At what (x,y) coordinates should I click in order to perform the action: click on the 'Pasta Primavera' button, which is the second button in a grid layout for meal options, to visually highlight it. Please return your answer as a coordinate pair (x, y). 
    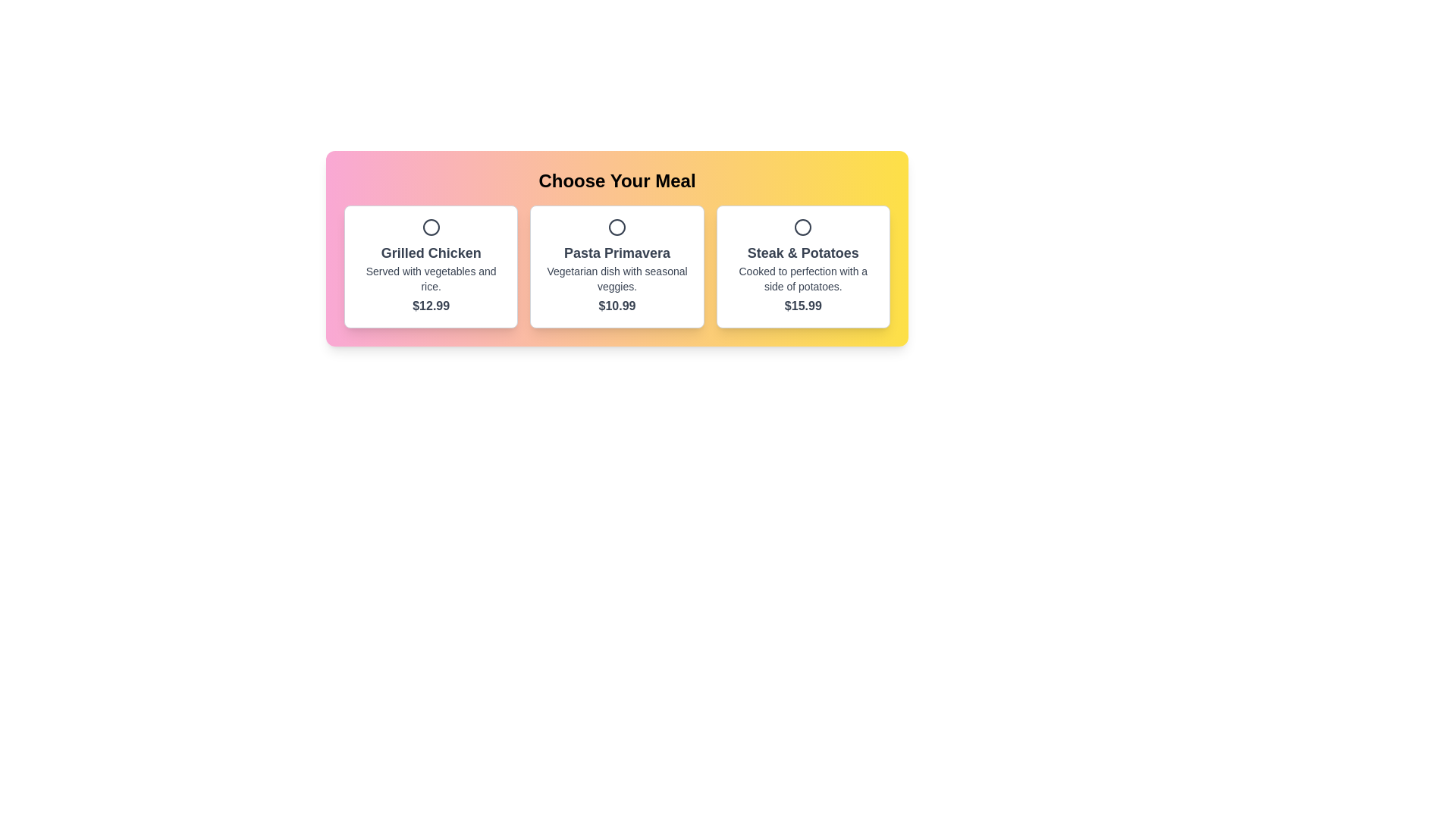
    Looking at the image, I should click on (617, 265).